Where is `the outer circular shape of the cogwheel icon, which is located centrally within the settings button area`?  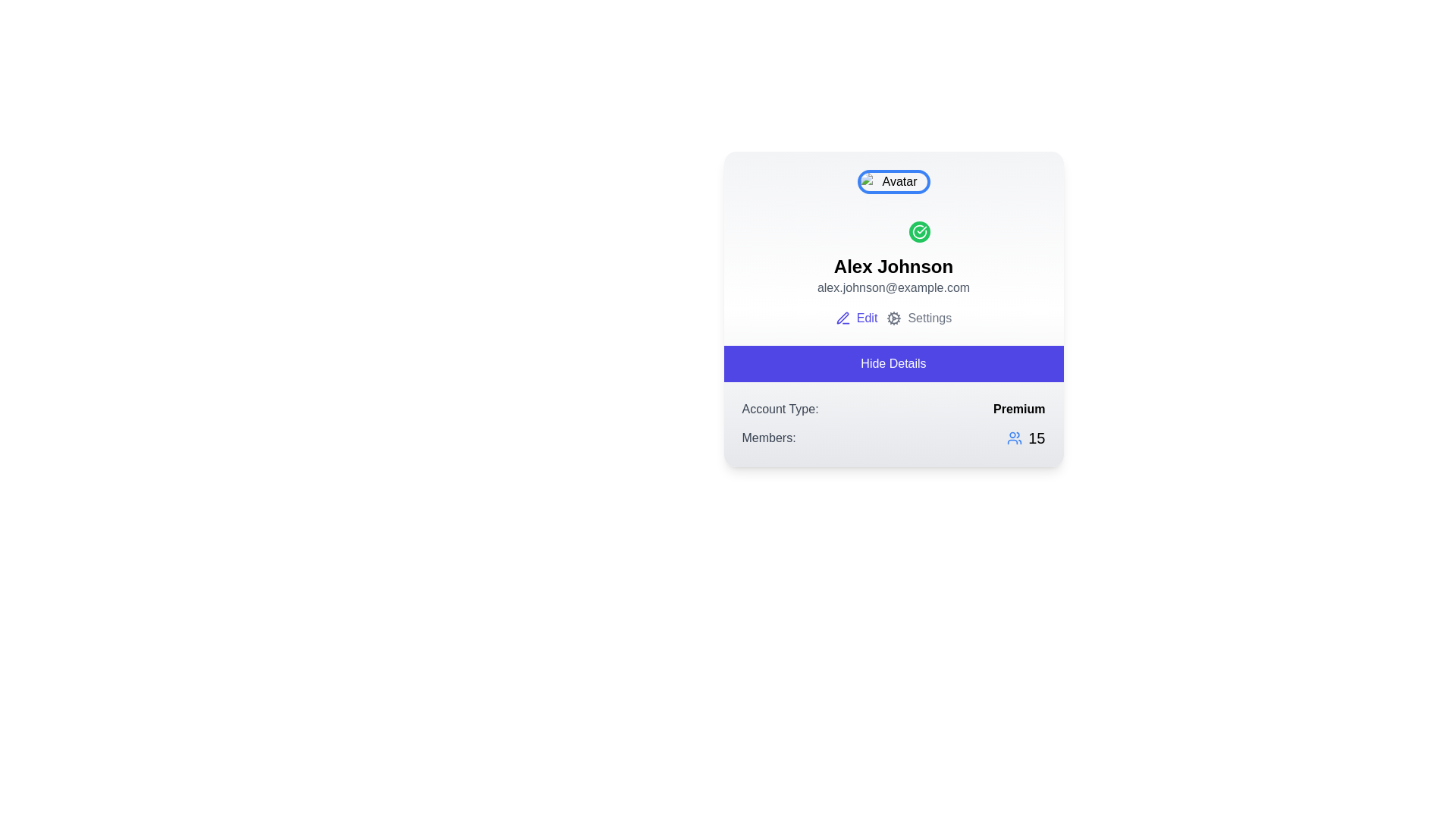 the outer circular shape of the cogwheel icon, which is located centrally within the settings button area is located at coordinates (894, 318).